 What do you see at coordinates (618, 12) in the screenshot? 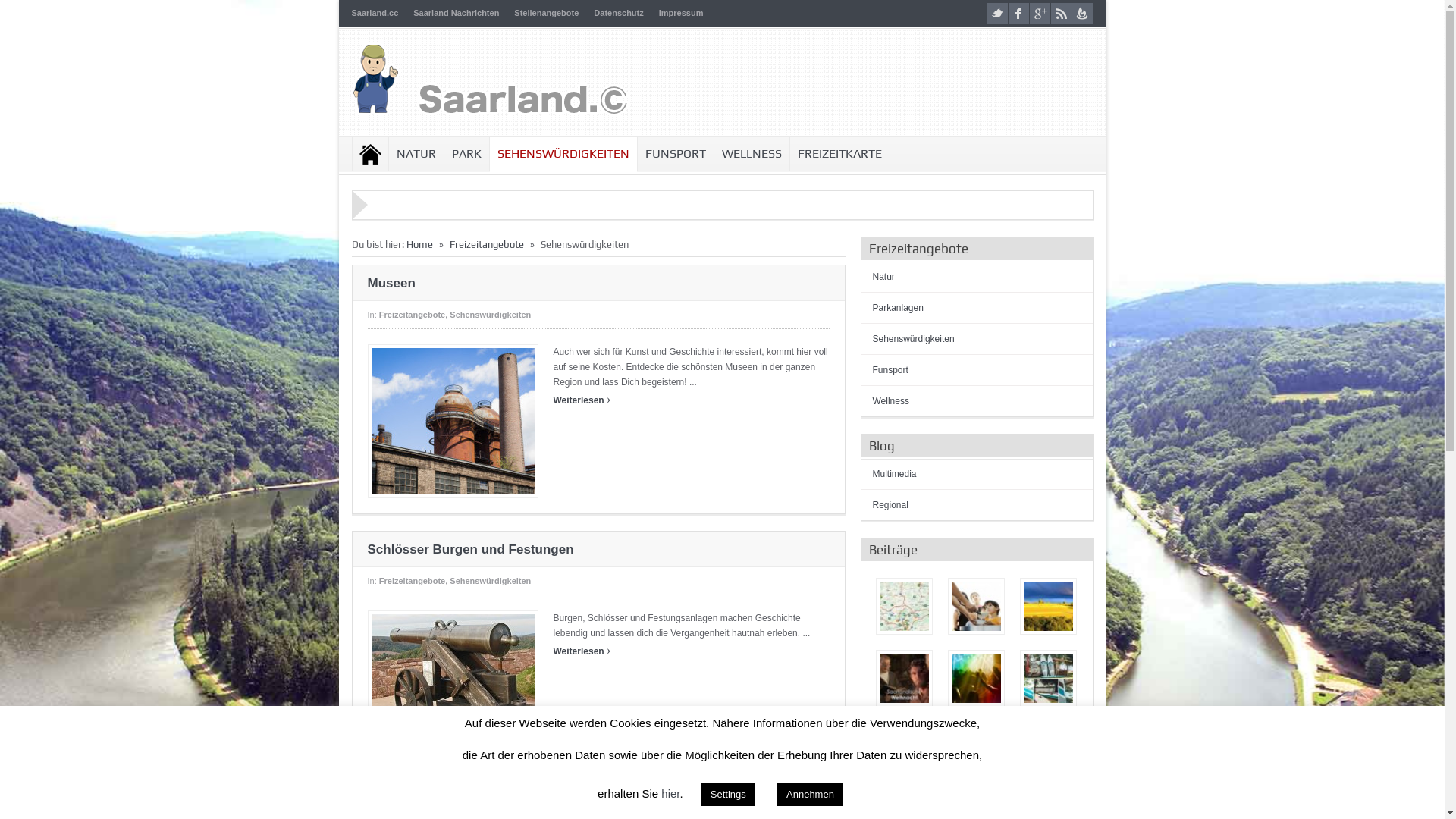
I see `'Datenschutz'` at bounding box center [618, 12].